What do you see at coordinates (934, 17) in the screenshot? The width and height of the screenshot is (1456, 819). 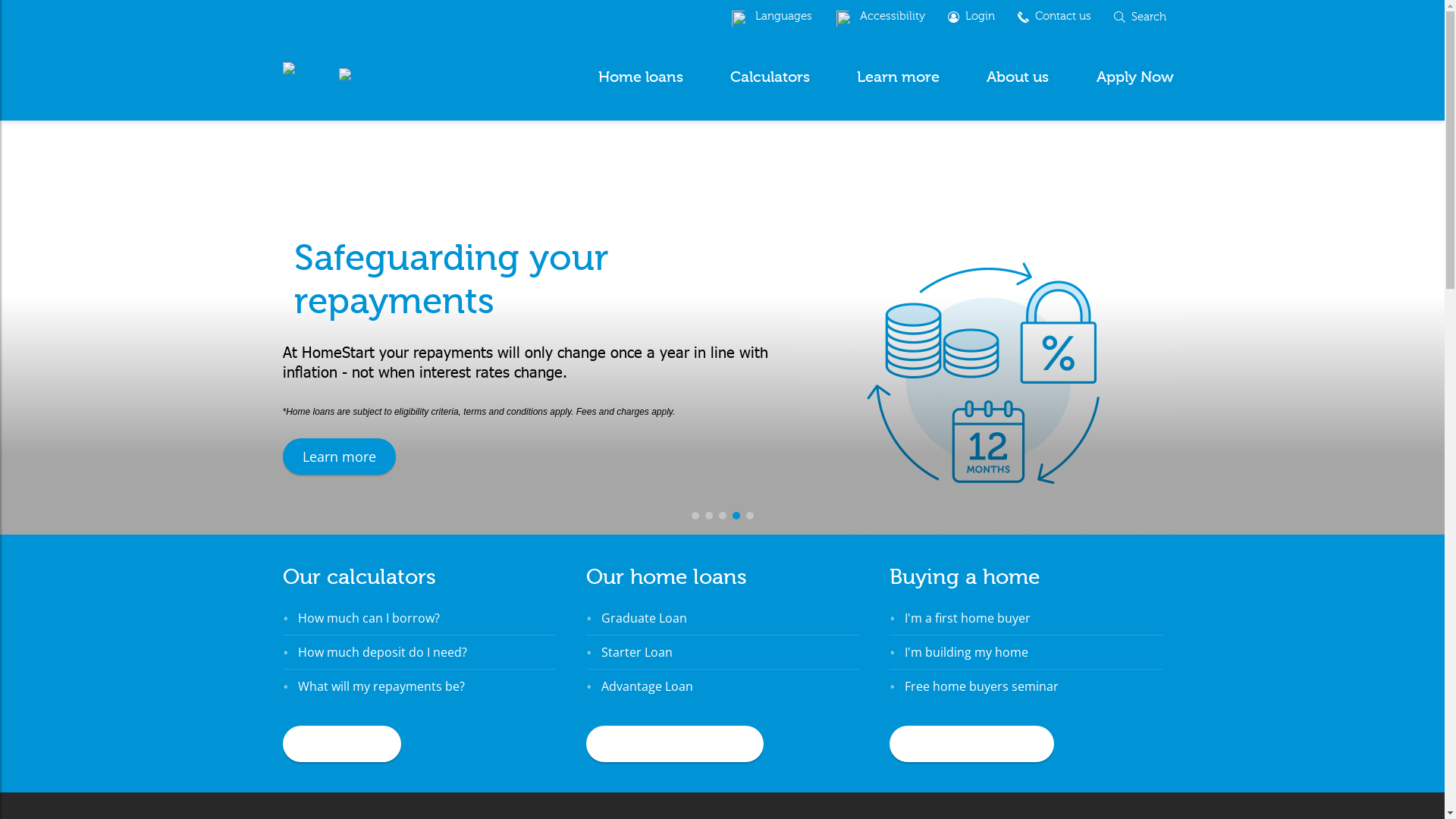 I see `'Login'` at bounding box center [934, 17].